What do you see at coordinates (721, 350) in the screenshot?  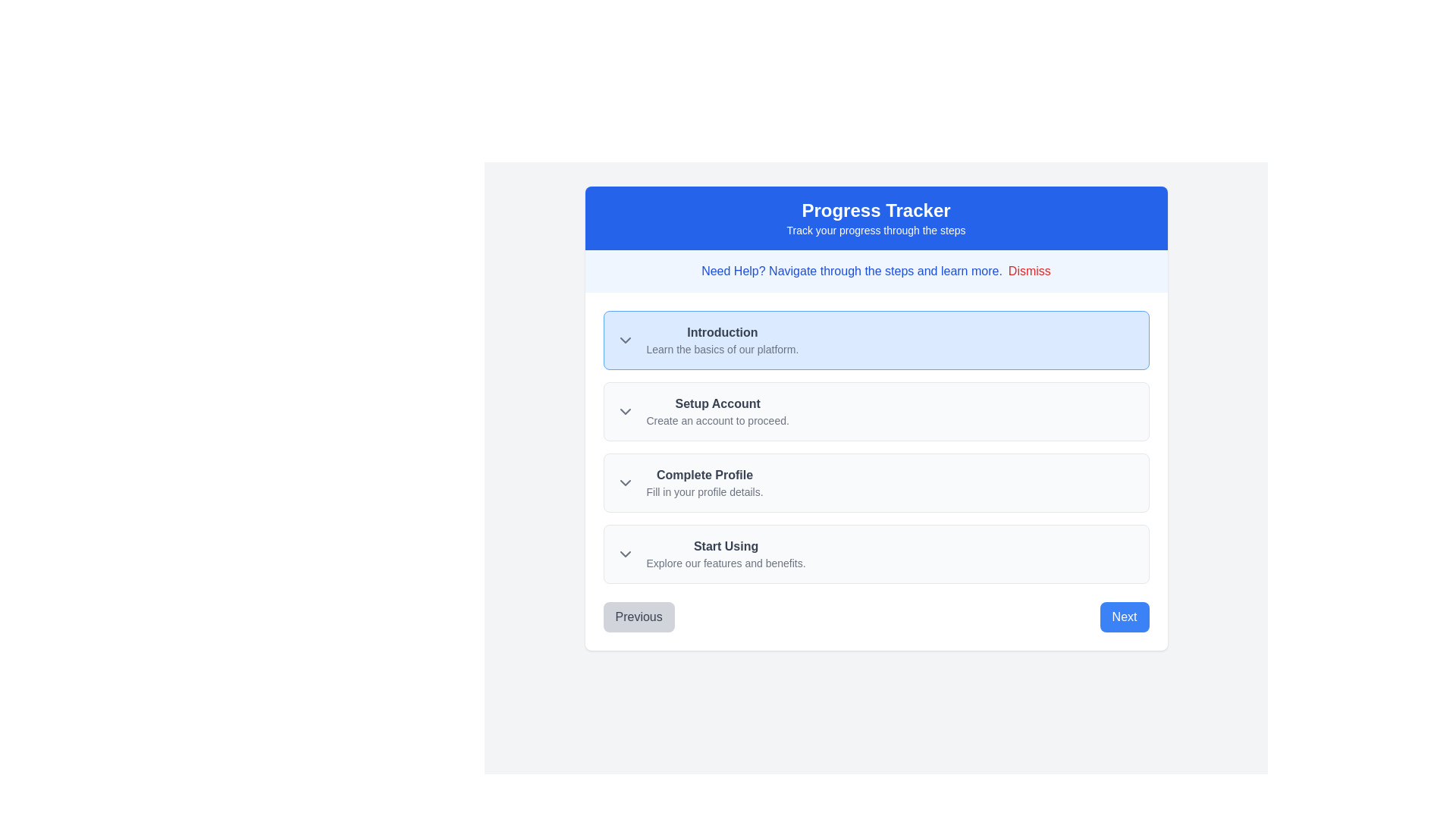 I see `the explanatory text element located directly under the bold 'Introduction' label in the upper left quadrant of the layout` at bounding box center [721, 350].